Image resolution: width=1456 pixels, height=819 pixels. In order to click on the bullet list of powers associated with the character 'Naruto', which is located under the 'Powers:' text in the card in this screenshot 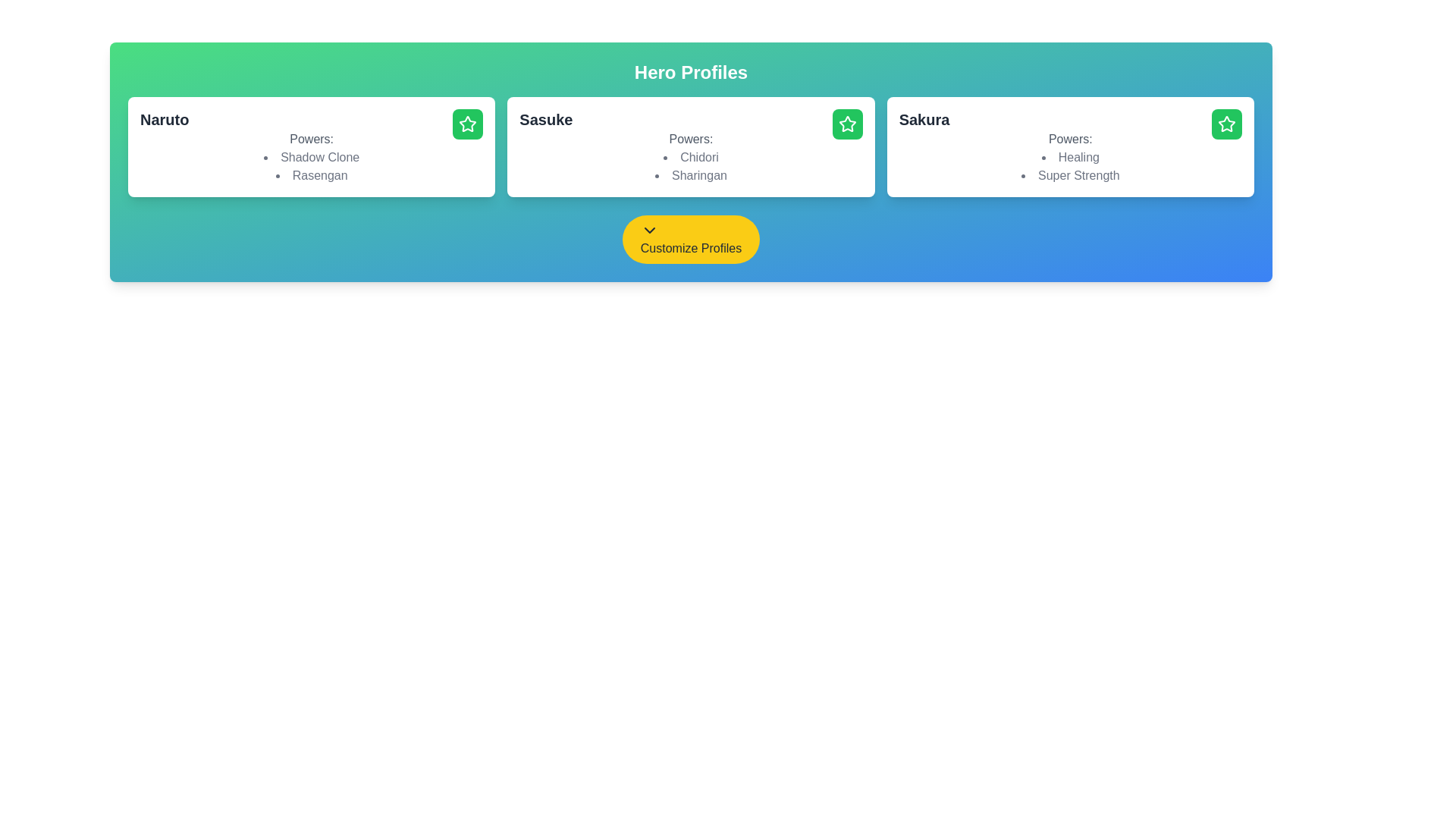, I will do `click(311, 166)`.